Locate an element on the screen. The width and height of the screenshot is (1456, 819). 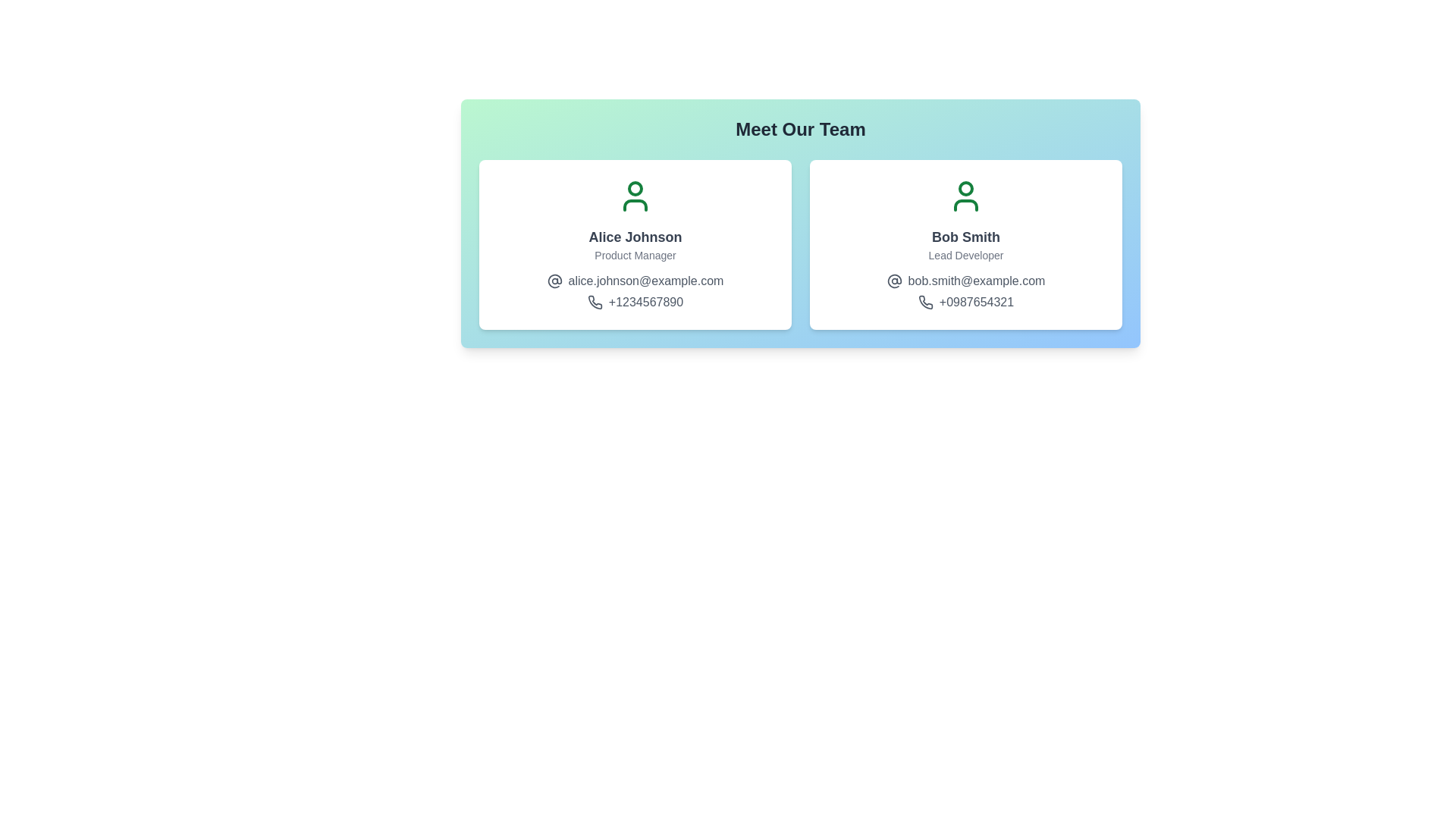
the green user silhouette icon located at the top of the card for 'Alice Johnson', which is positioned centrally under the 'Meet Our Team' heading is located at coordinates (635, 195).